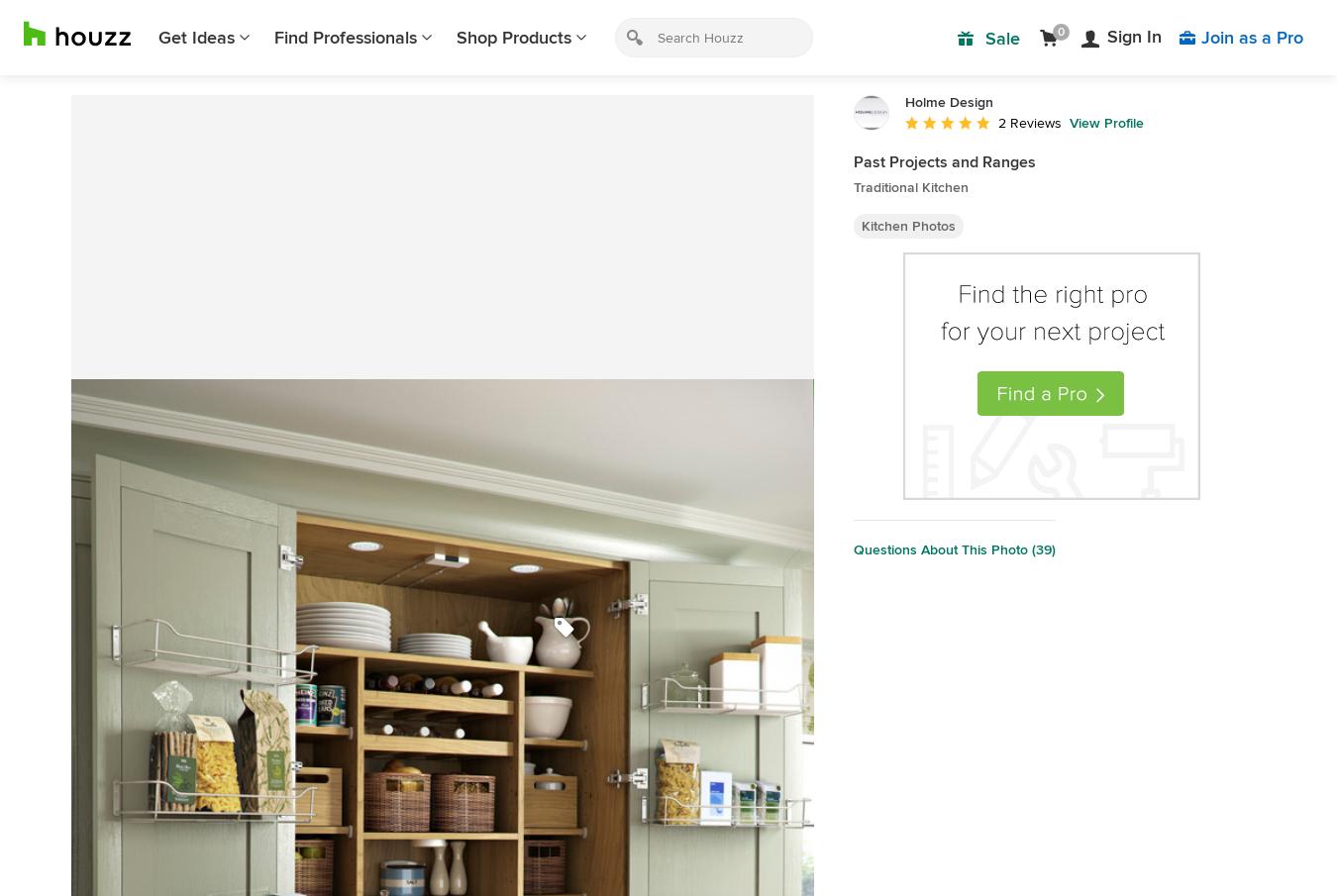 The height and width of the screenshot is (896, 1337). What do you see at coordinates (1061, 31) in the screenshot?
I see `'0'` at bounding box center [1061, 31].